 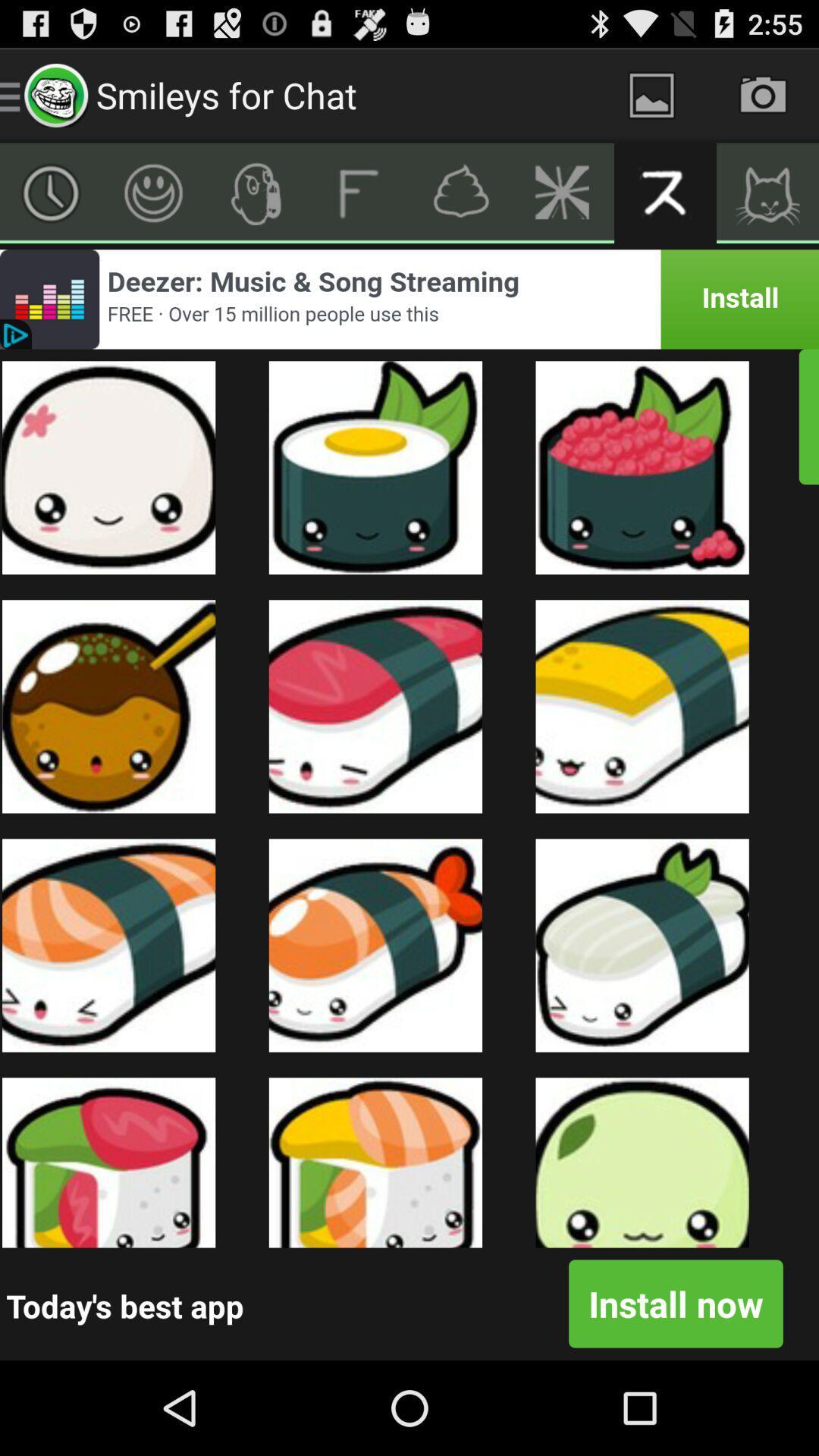 I want to click on choose clock option, so click(x=50, y=192).